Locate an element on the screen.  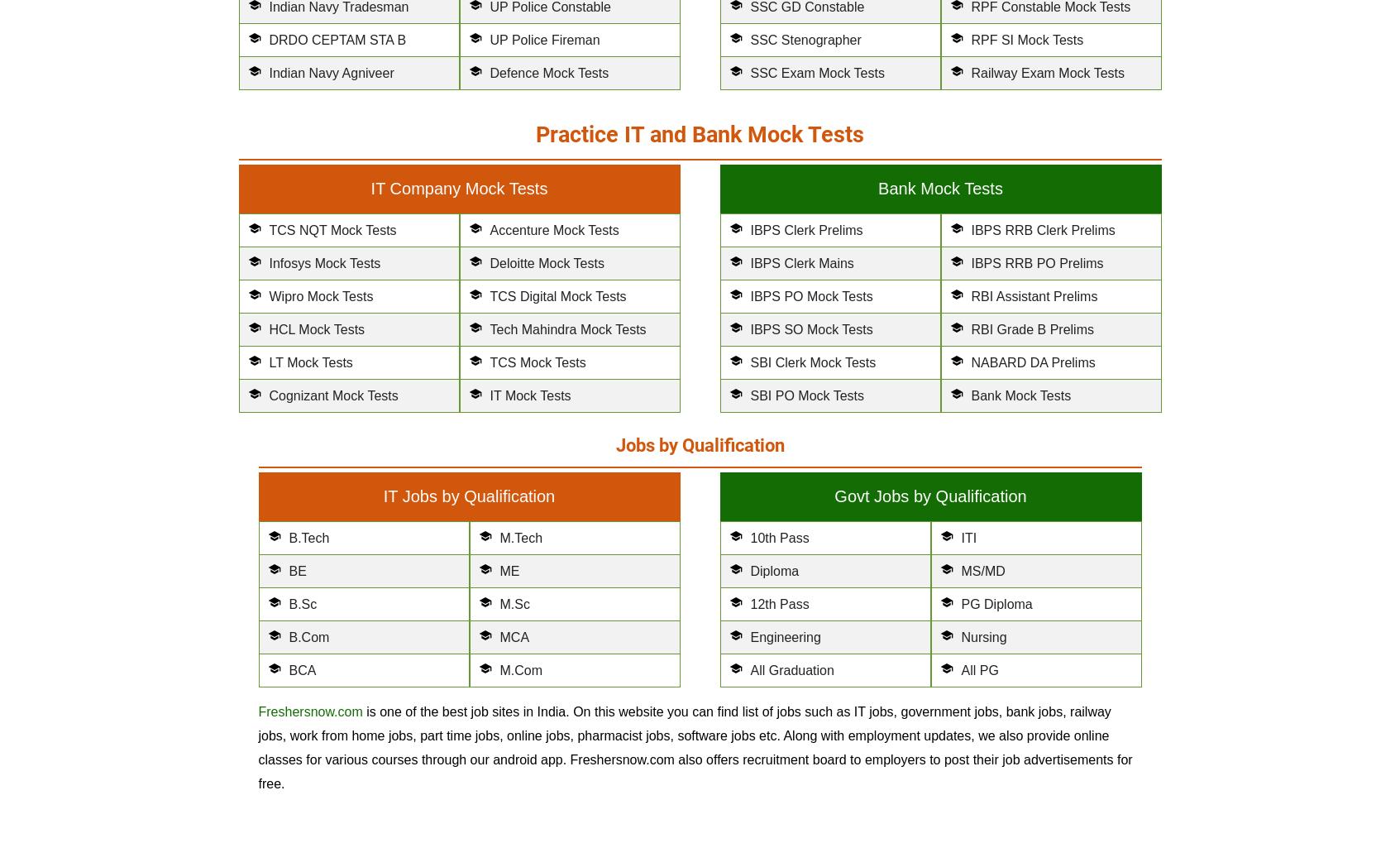
'Govt Jobs by Qualification' is located at coordinates (929, 495).